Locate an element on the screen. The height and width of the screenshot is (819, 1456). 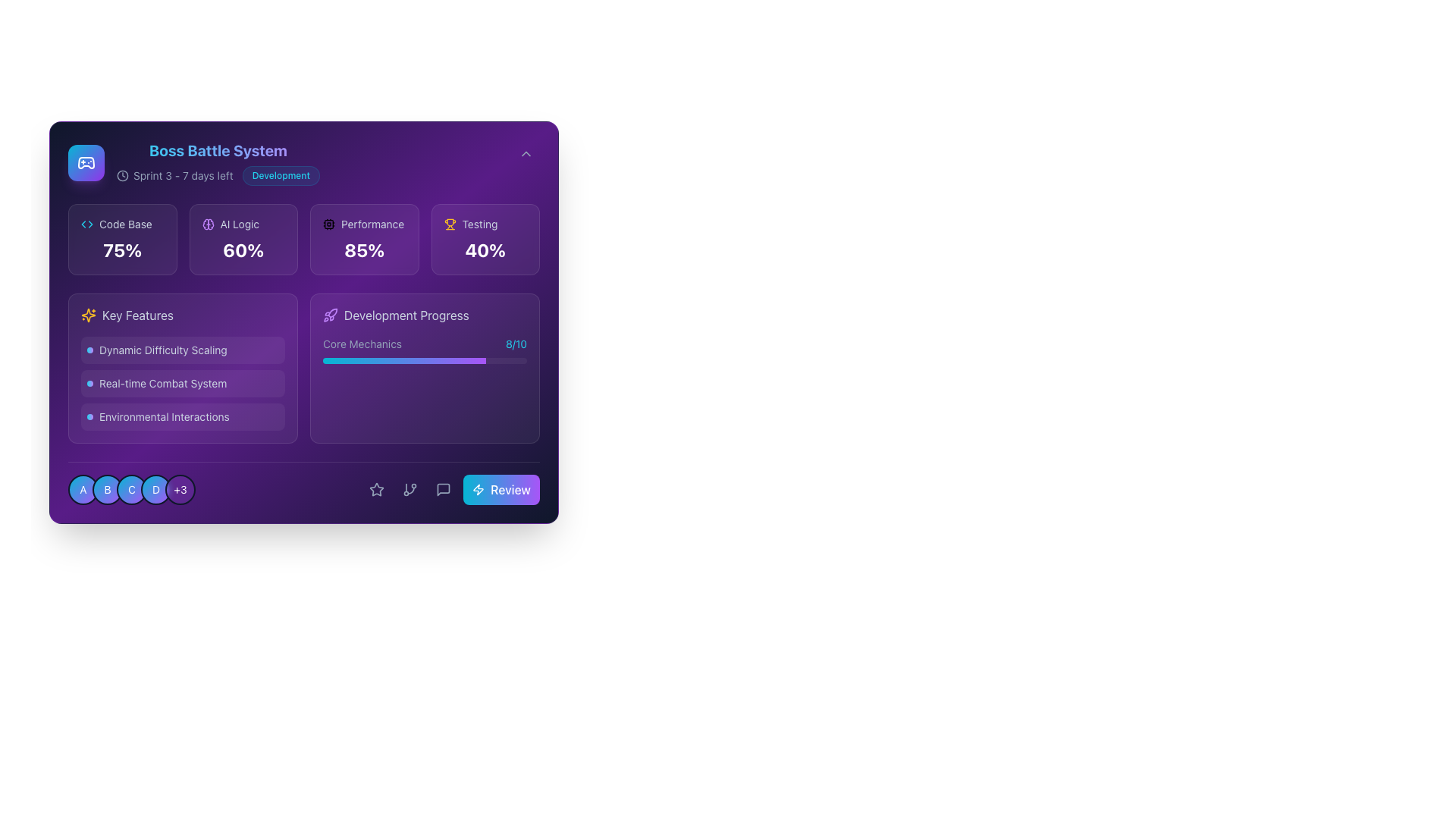
the descriptive Label that provides information about a specific aspect, located as the third item in the vertical list under the heading 'Key Features' is located at coordinates (182, 417).